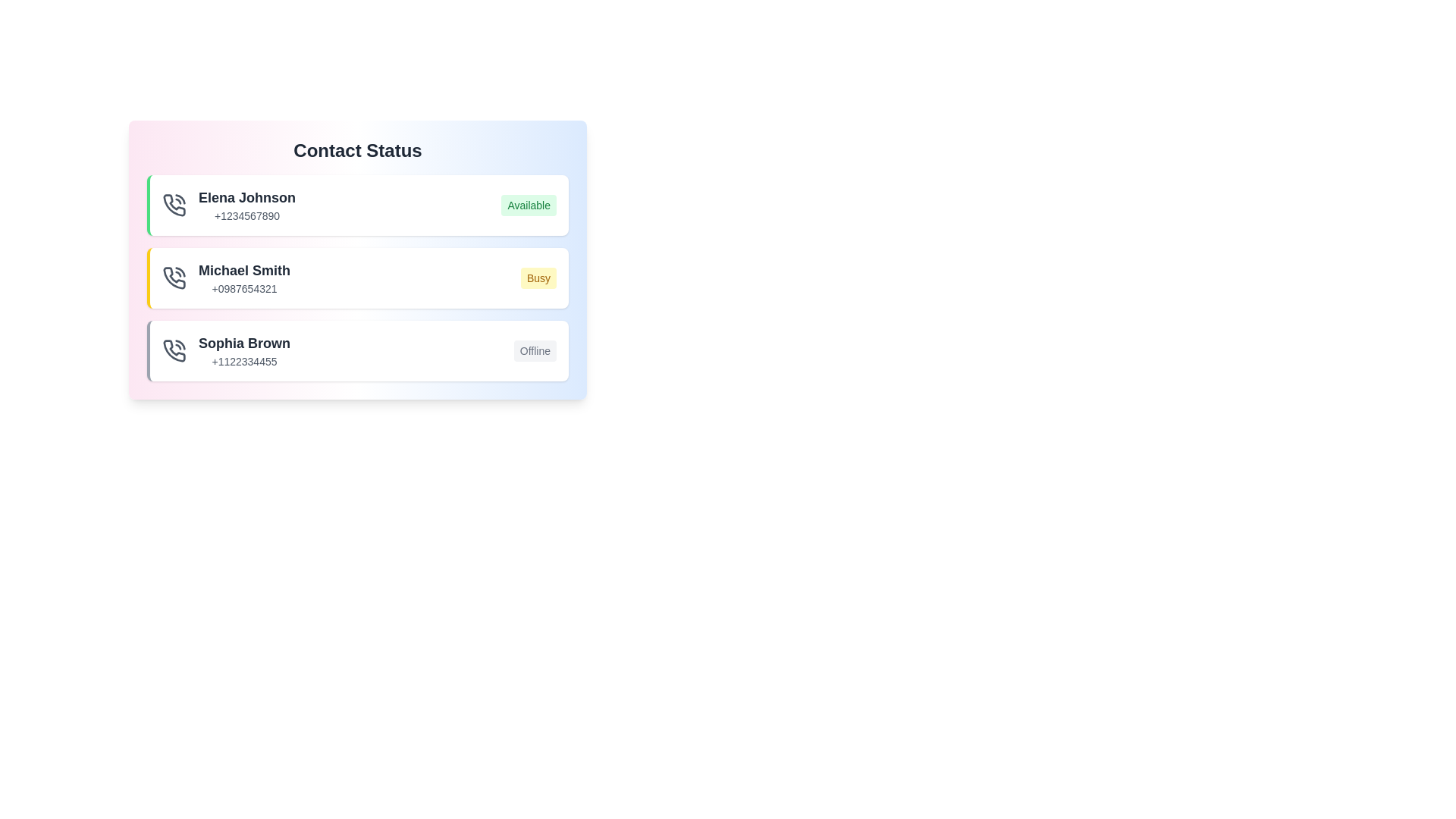  Describe the element at coordinates (243, 270) in the screenshot. I see `the name of the contact Michael Smith to view their details` at that location.